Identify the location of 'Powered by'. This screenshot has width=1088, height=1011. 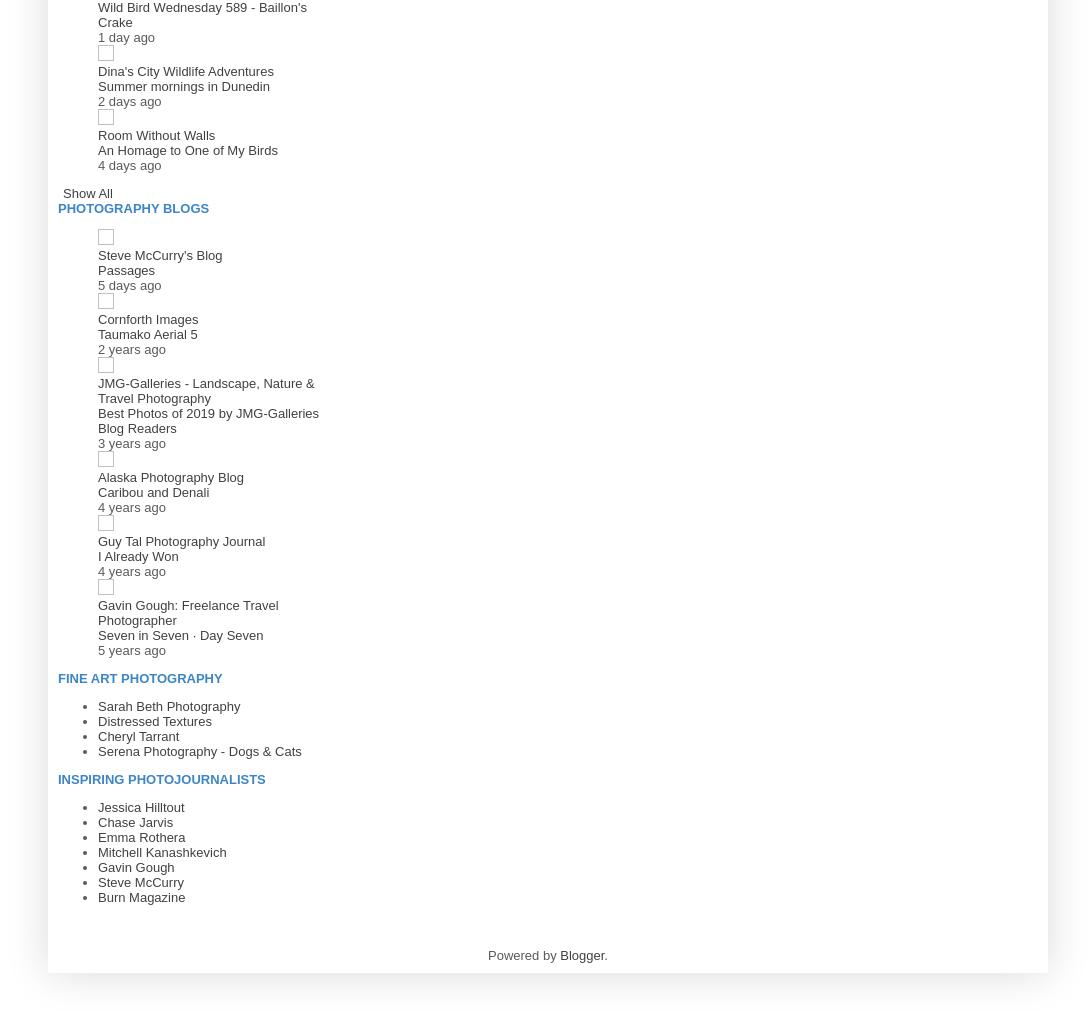
(522, 954).